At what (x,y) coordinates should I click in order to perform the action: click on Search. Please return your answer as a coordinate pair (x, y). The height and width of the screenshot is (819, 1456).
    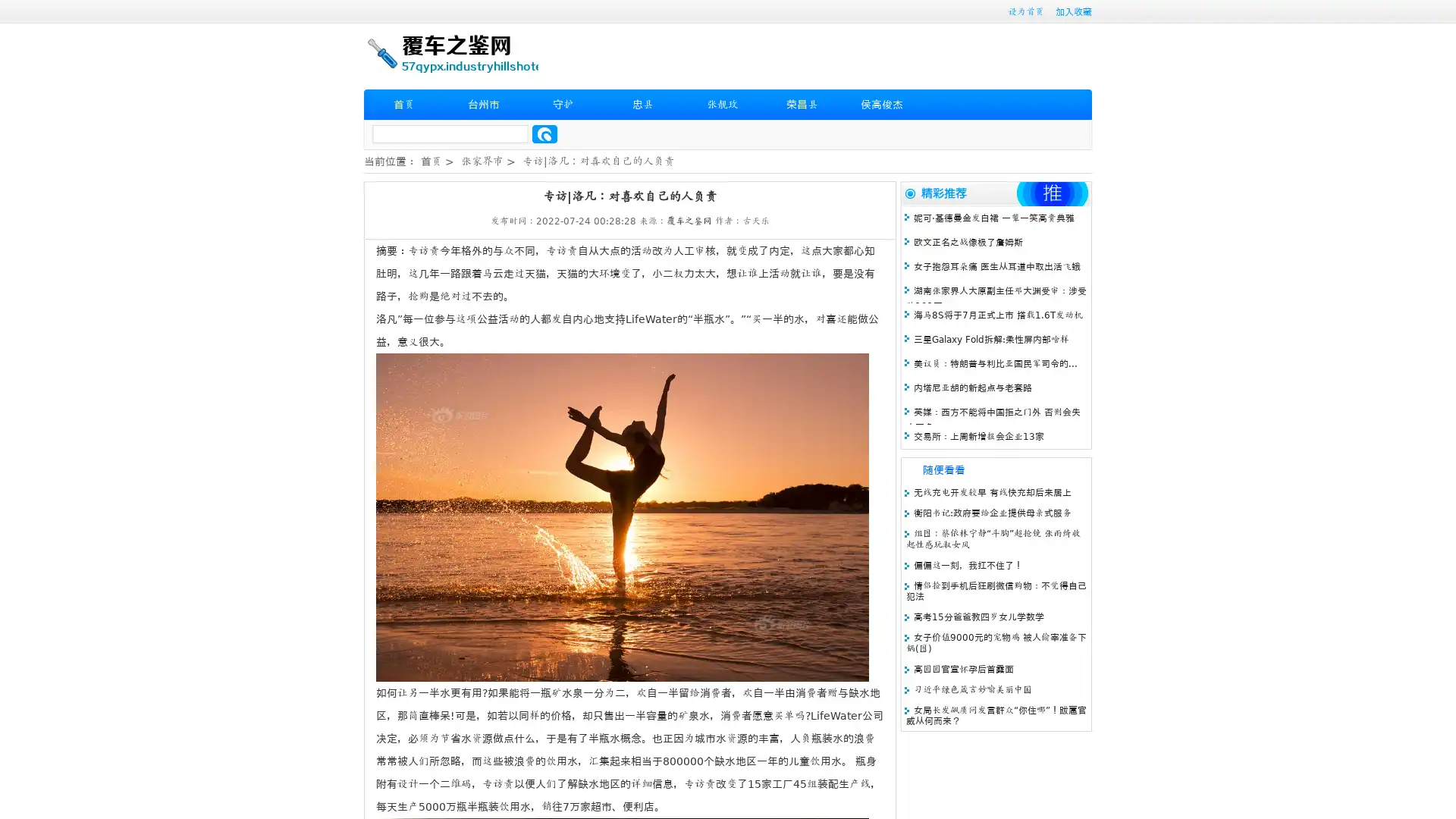
    Looking at the image, I should click on (544, 133).